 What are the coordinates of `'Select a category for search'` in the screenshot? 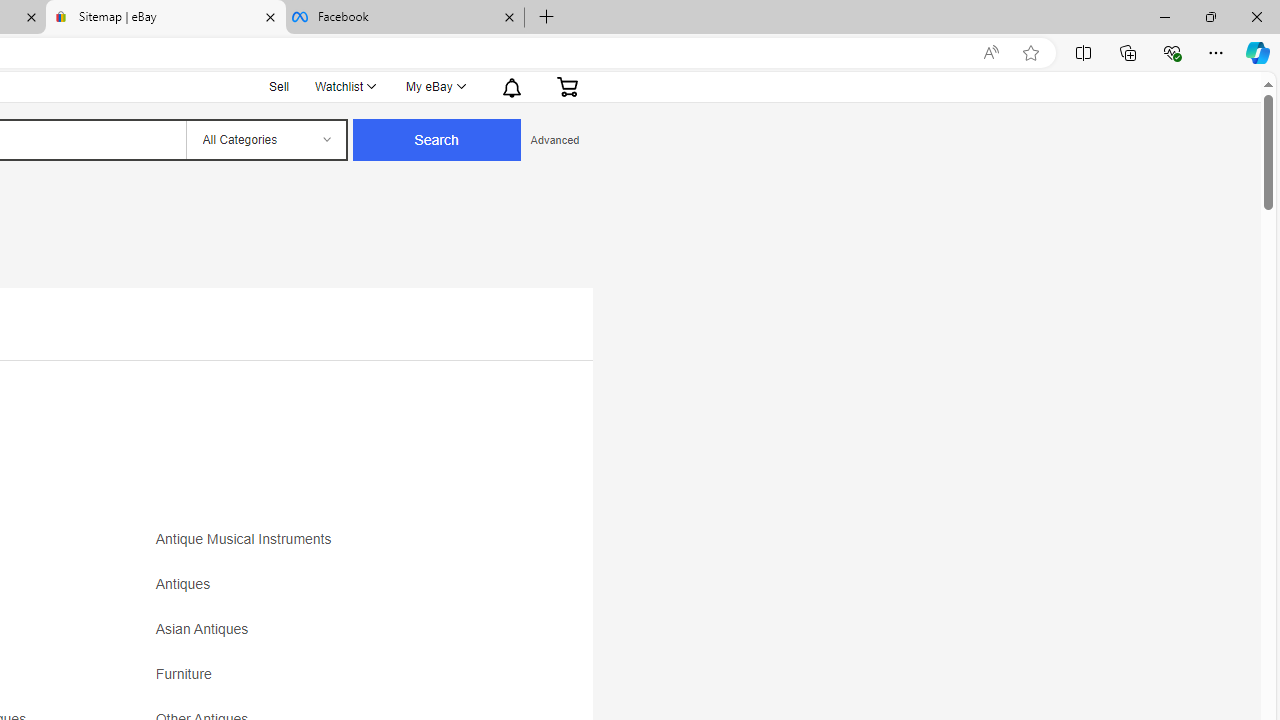 It's located at (264, 139).